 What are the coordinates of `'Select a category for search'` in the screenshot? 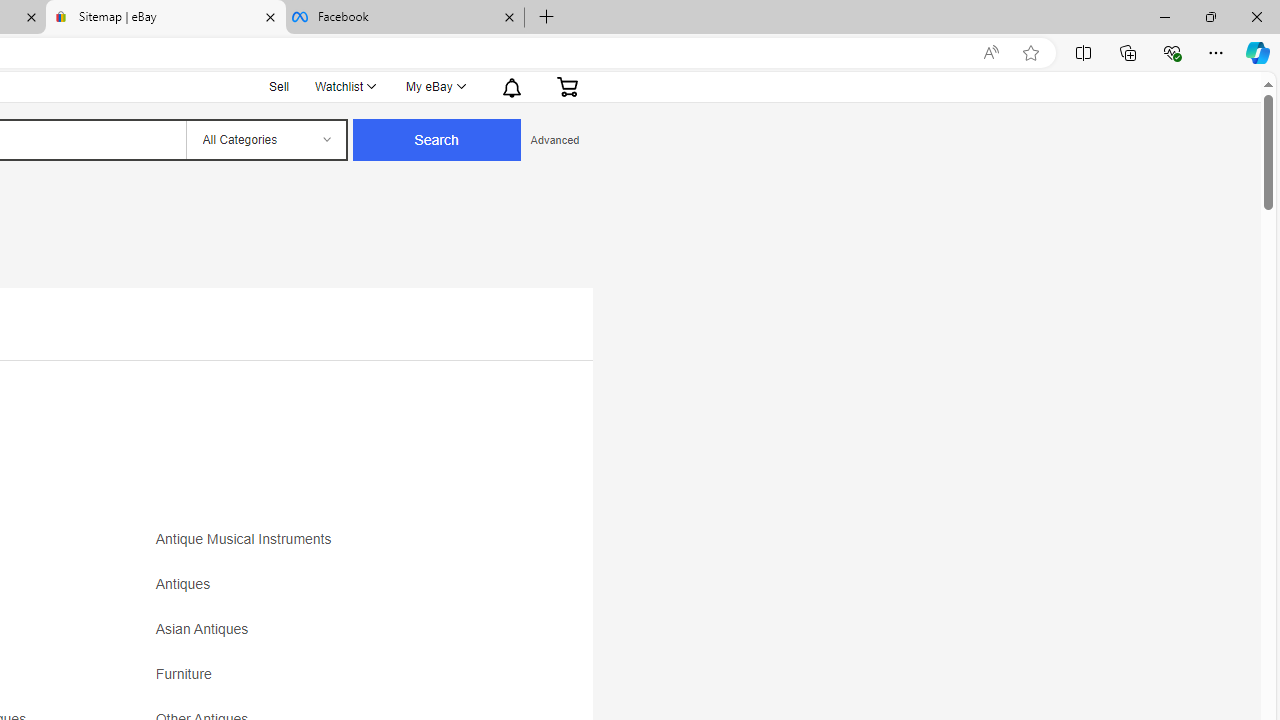 It's located at (264, 139).